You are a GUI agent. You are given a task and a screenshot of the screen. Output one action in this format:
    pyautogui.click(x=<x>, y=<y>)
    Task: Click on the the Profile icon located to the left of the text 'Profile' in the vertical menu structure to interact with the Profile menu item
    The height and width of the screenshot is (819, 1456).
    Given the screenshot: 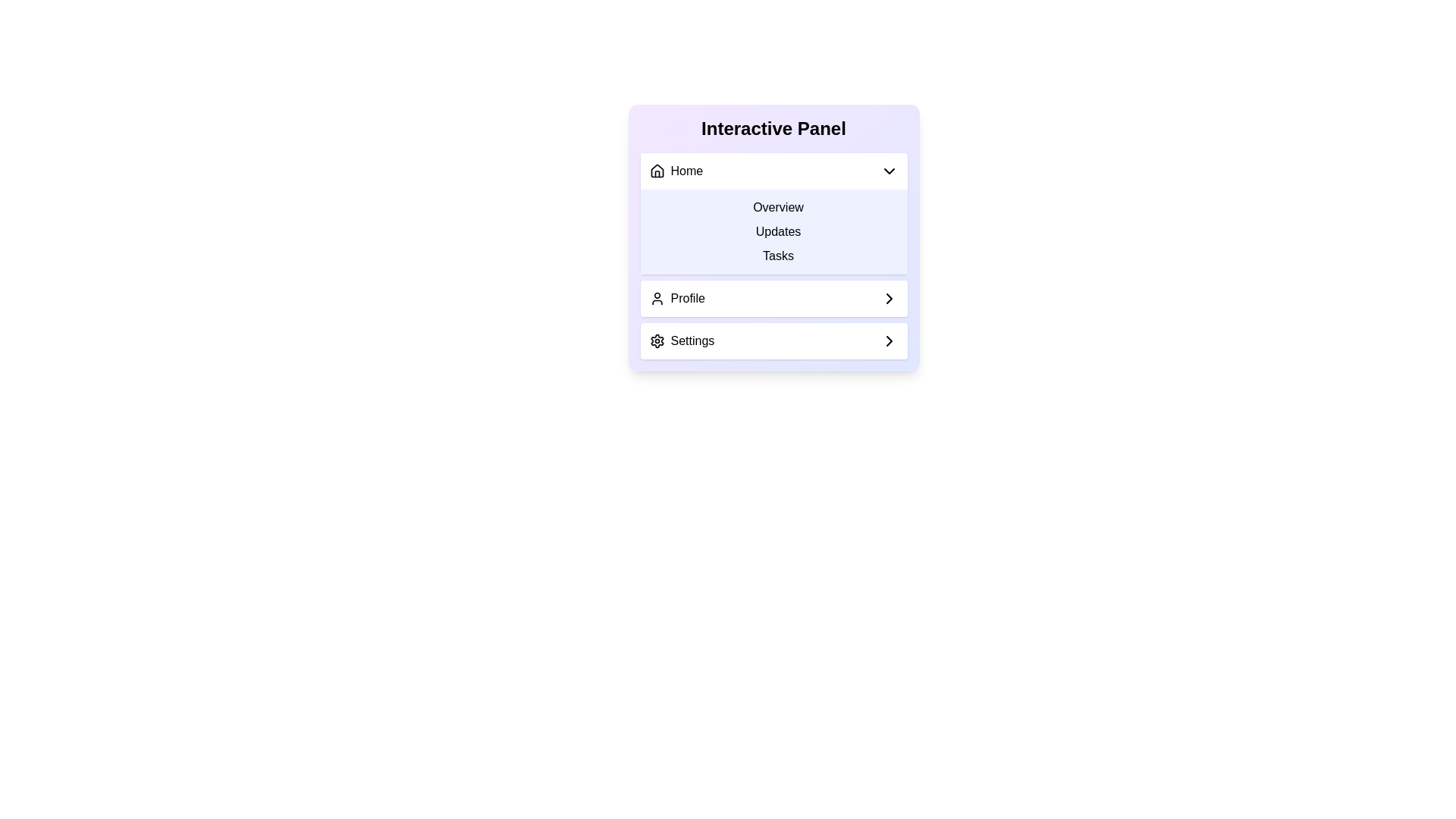 What is the action you would take?
    pyautogui.click(x=657, y=298)
    